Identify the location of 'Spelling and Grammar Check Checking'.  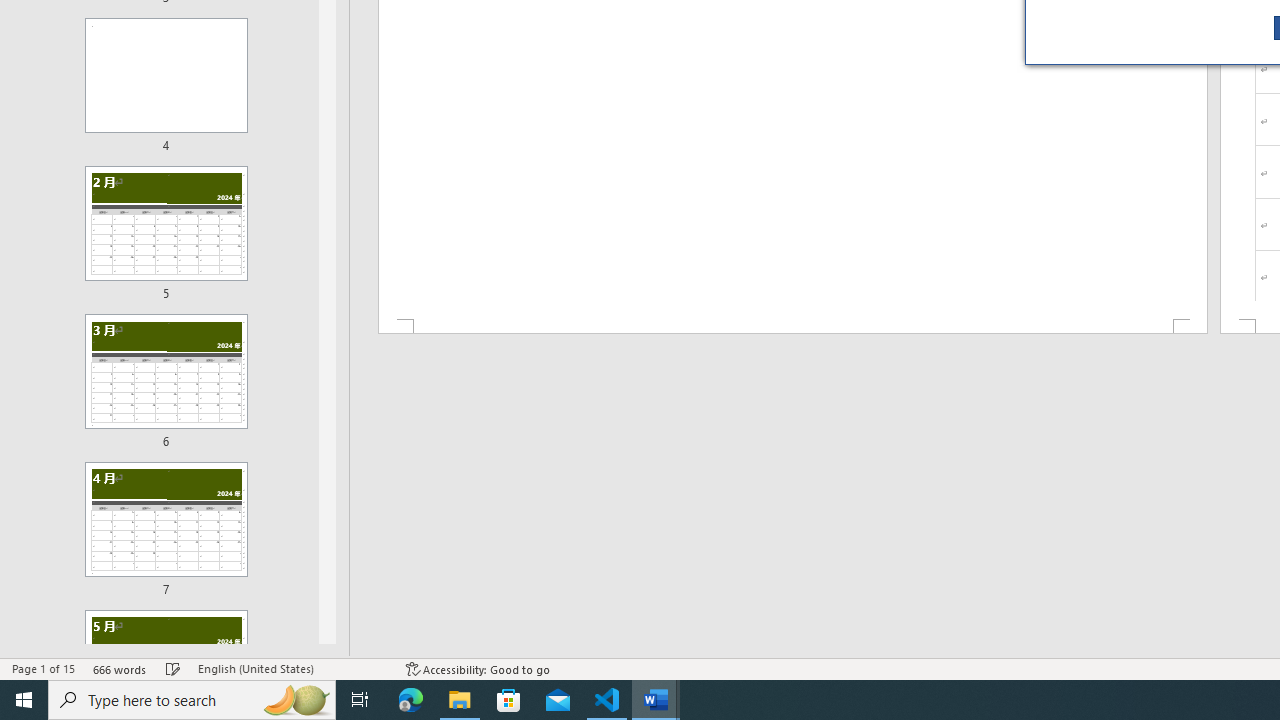
(173, 669).